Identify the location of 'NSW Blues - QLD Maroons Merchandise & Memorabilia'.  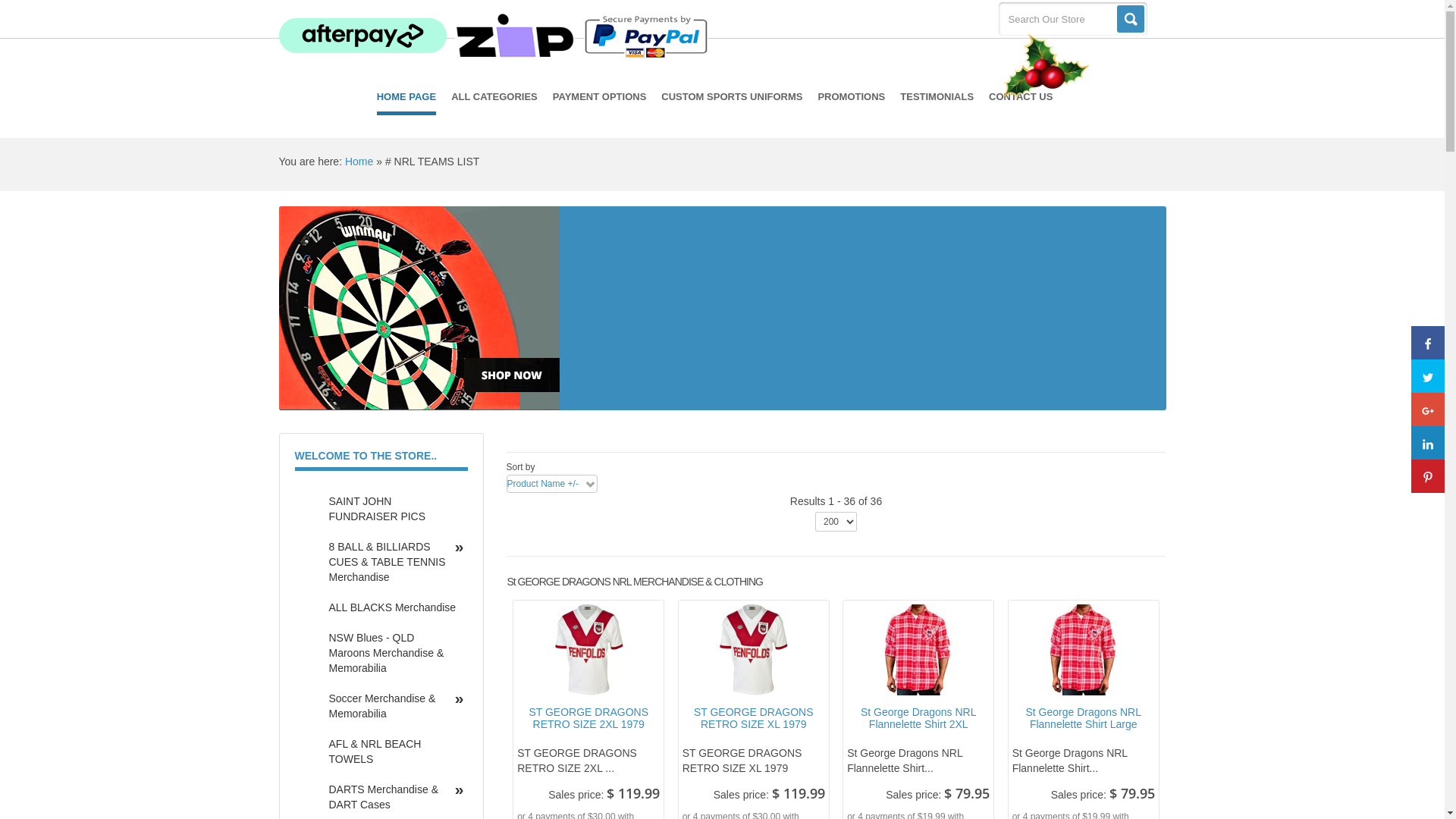
(392, 651).